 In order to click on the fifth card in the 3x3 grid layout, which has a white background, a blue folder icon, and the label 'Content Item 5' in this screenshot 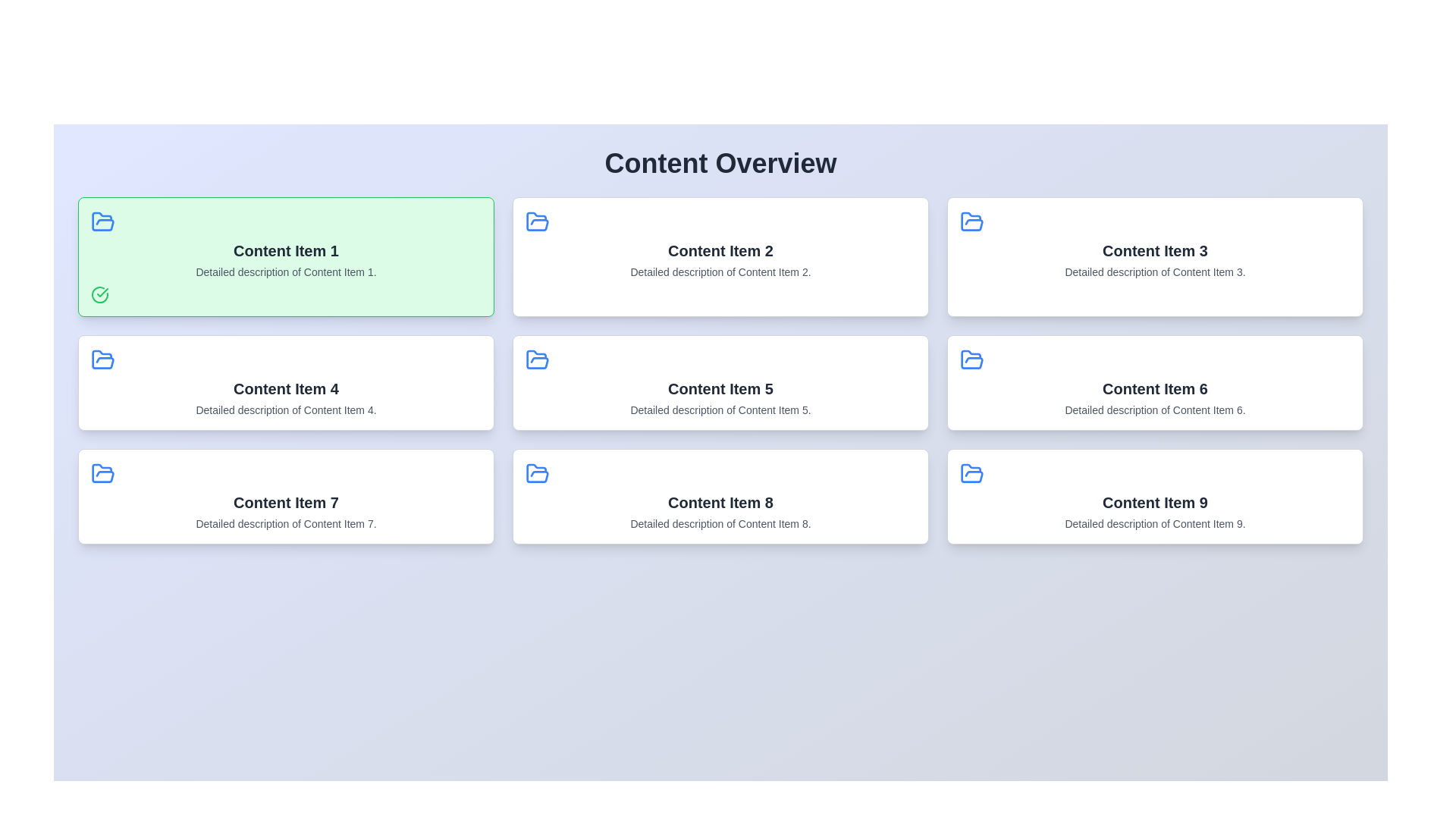, I will do `click(720, 382)`.